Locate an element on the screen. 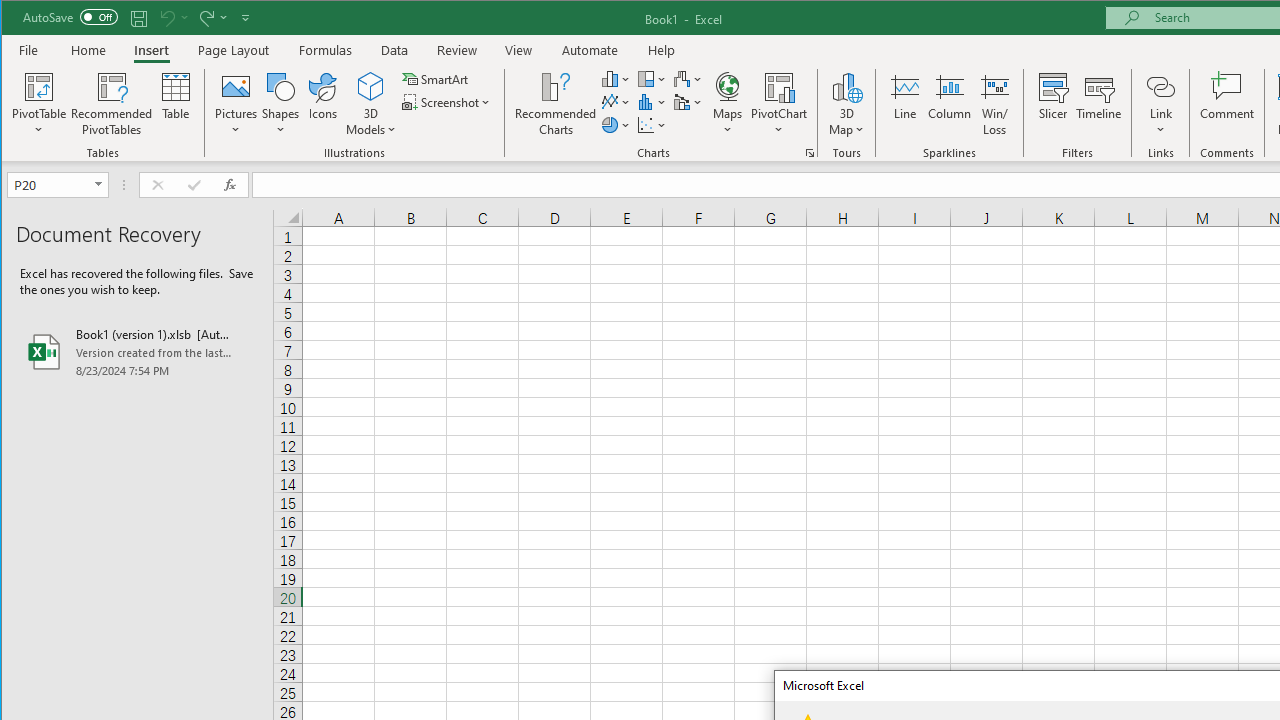  'PivotTable' is located at coordinates (39, 104).